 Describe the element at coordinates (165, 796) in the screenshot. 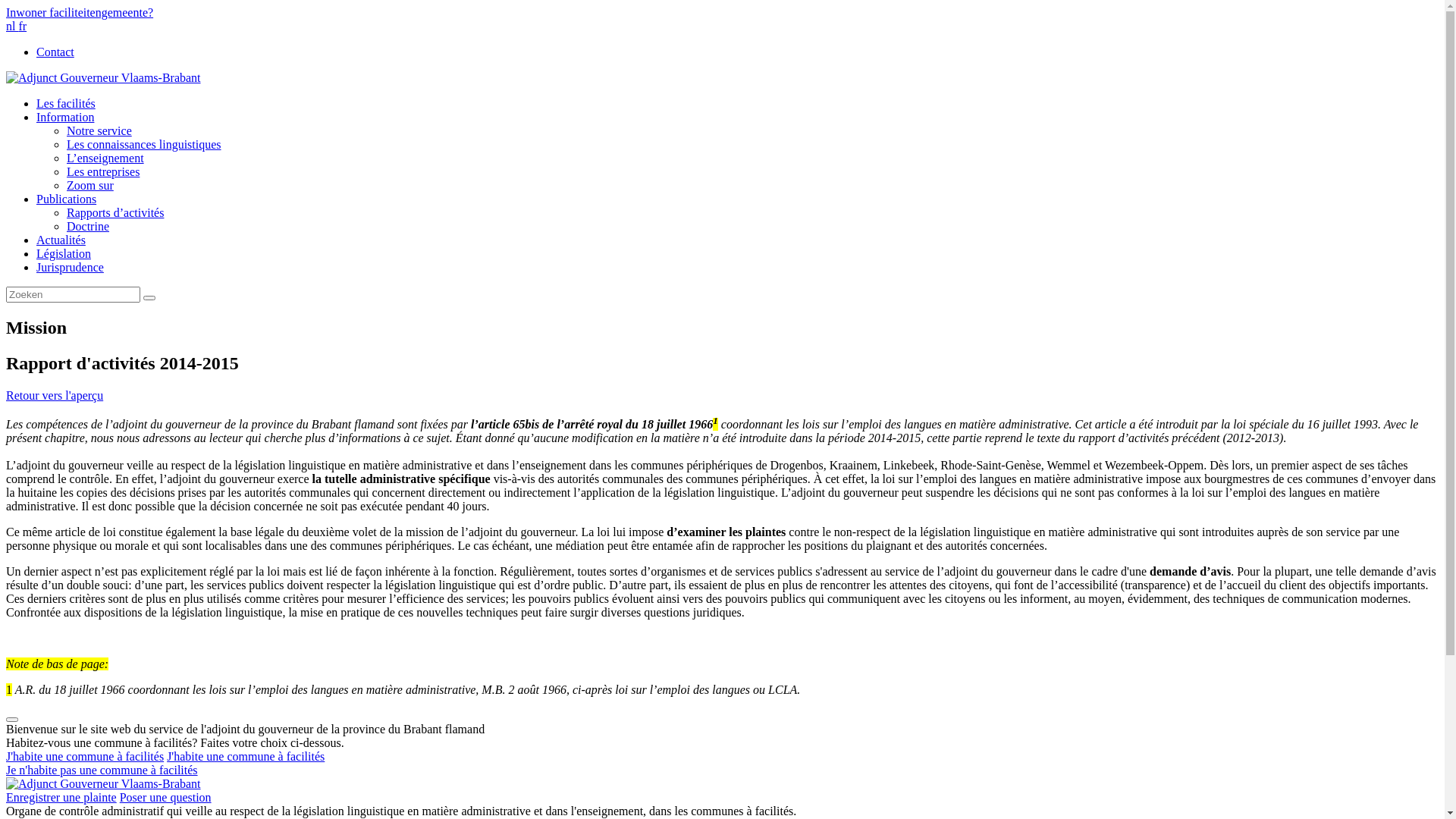

I see `'Poser une question'` at that location.